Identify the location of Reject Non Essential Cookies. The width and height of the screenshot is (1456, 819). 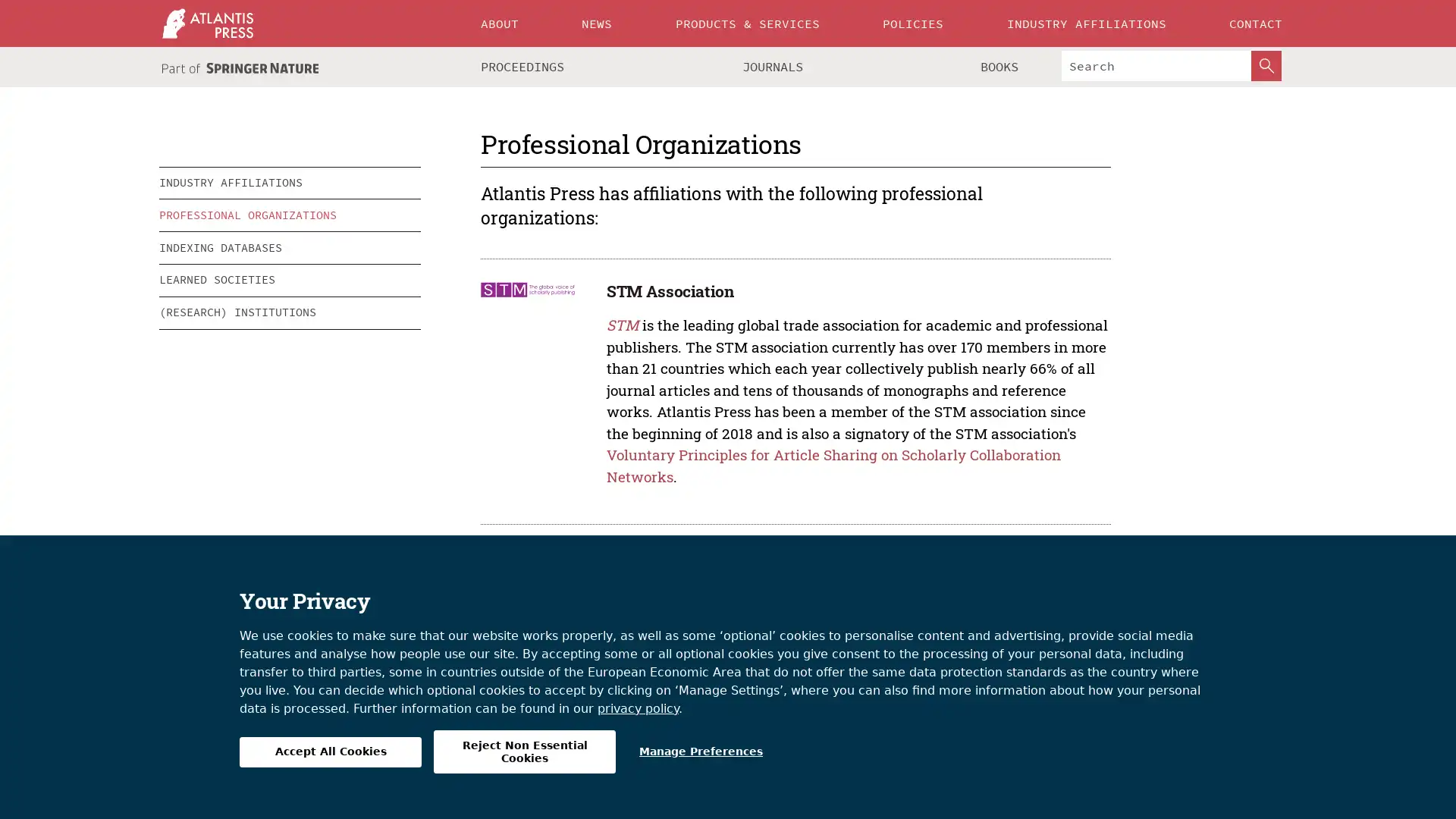
(524, 752).